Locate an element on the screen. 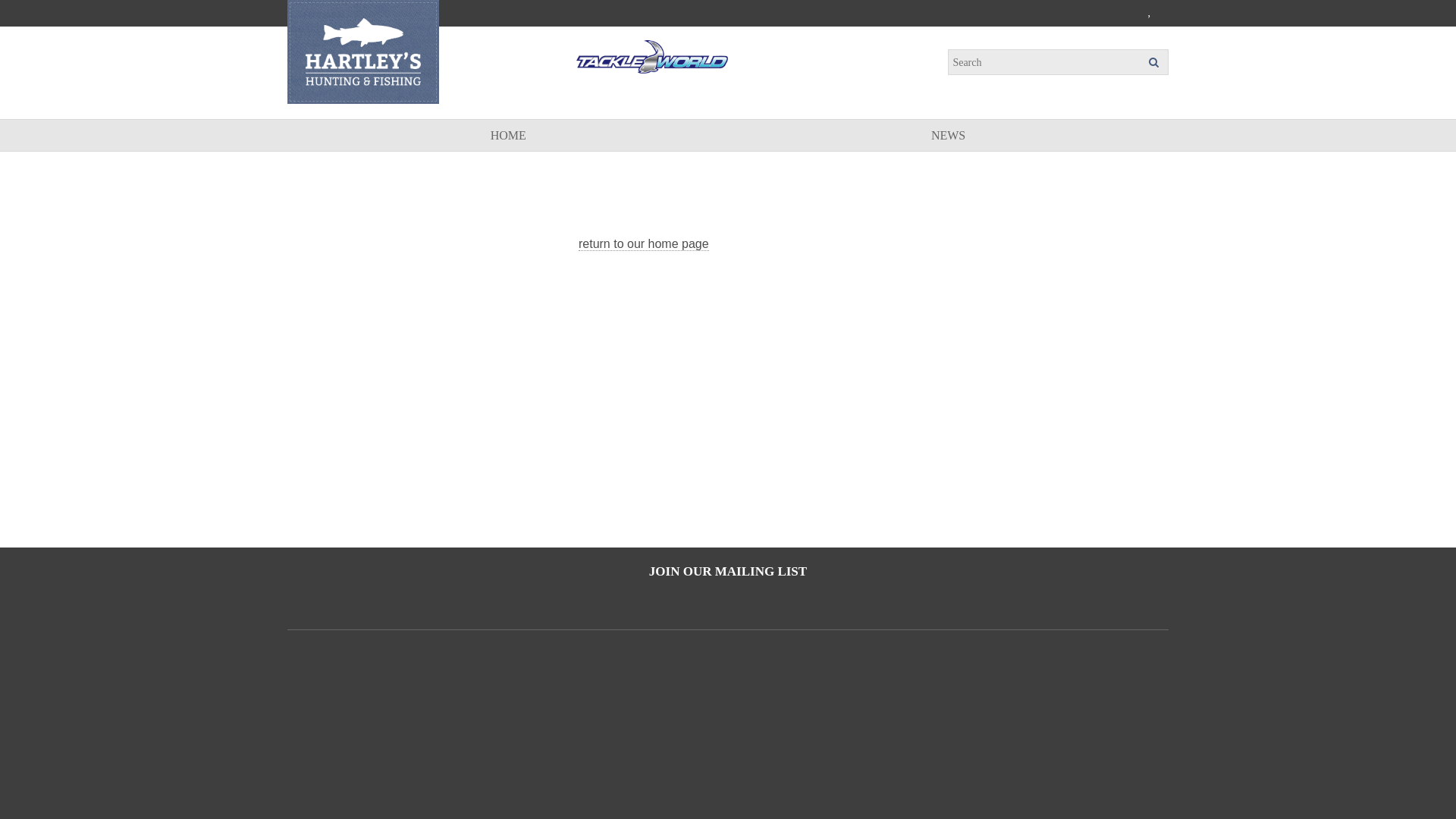 The width and height of the screenshot is (1456, 819). 'return to our home page' is located at coordinates (644, 243).